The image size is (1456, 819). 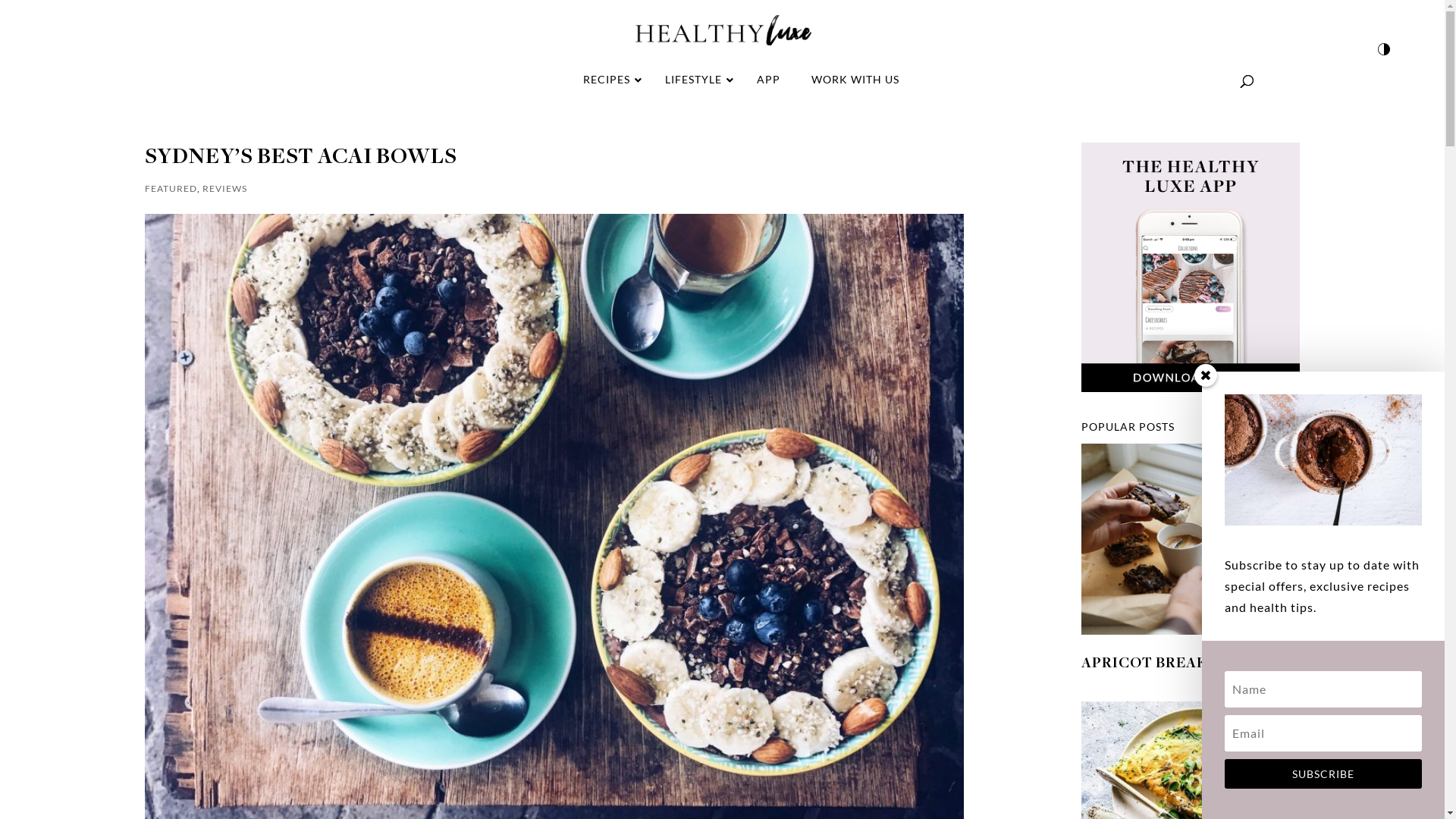 I want to click on 'REVIEWS', so click(x=223, y=187).